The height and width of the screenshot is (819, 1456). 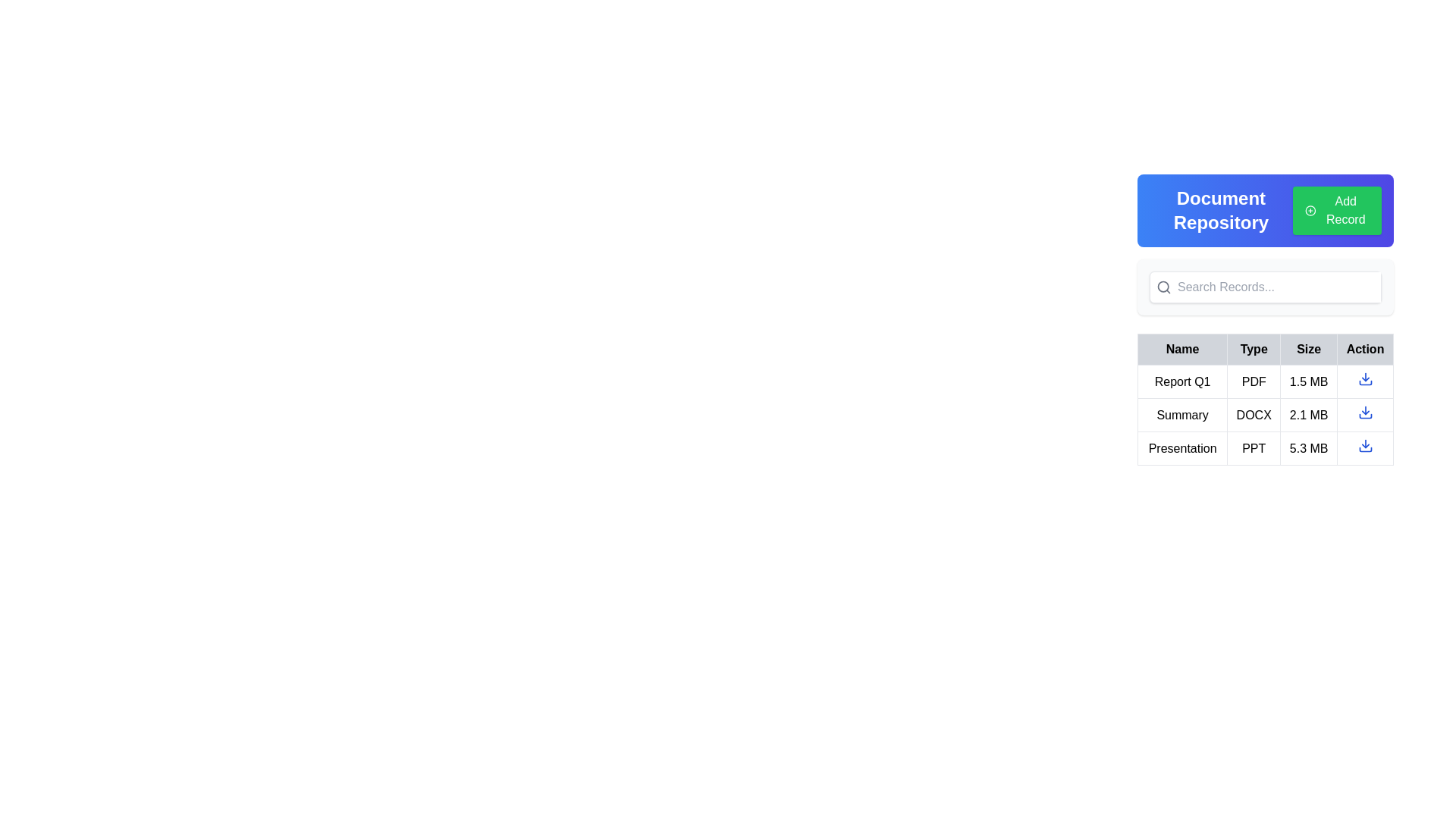 I want to click on the 'Type' column header in the data table, which is the second column header positioned between the 'Name' header on the left and the 'Size' header on the right, so click(x=1254, y=350).